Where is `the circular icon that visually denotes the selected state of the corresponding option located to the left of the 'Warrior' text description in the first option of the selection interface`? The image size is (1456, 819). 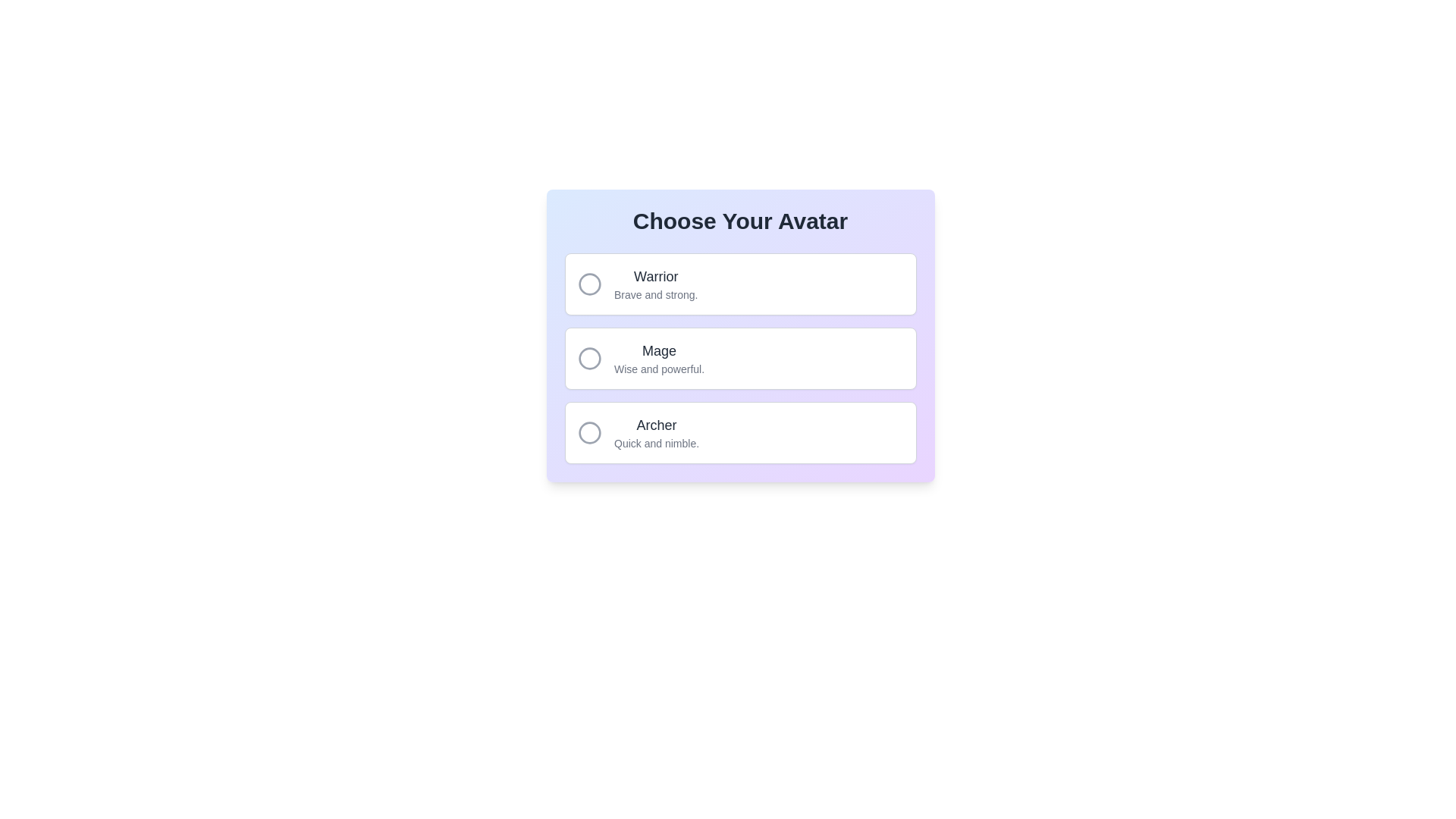
the circular icon that visually denotes the selected state of the corresponding option located to the left of the 'Warrior' text description in the first option of the selection interface is located at coordinates (588, 284).